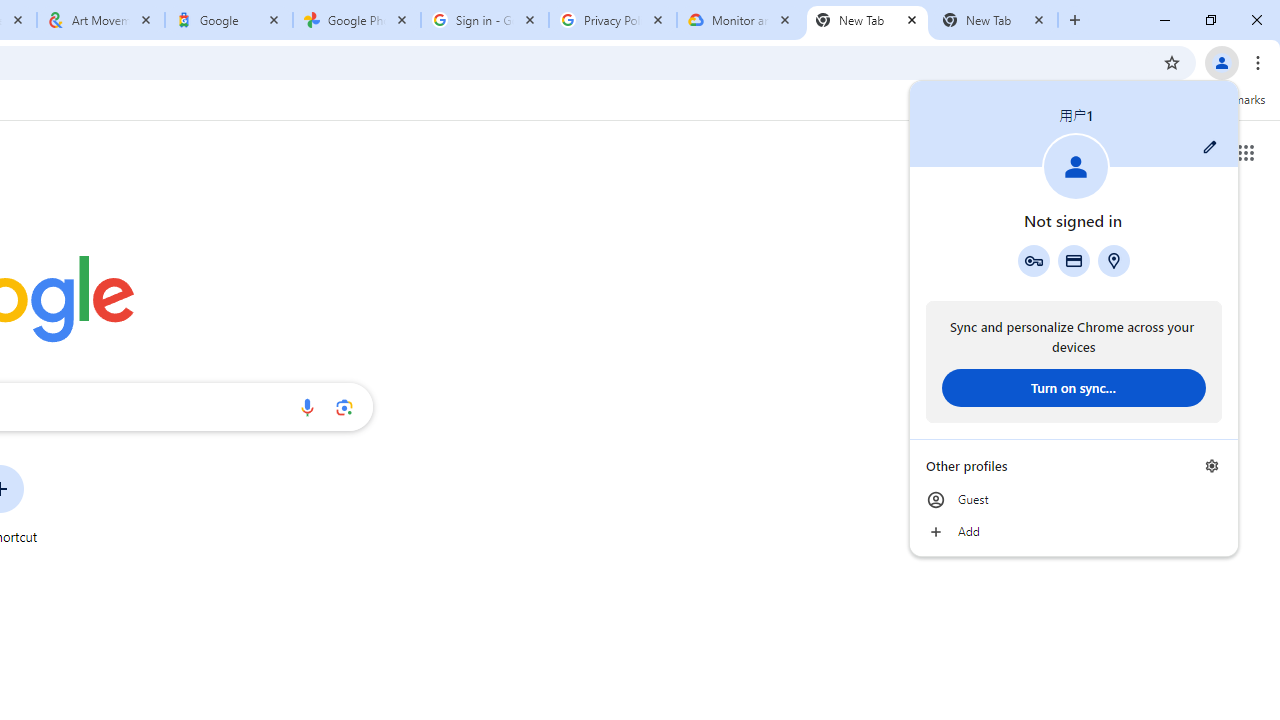 Image resolution: width=1280 pixels, height=720 pixels. What do you see at coordinates (1073, 260) in the screenshot?
I see `'Payment methods'` at bounding box center [1073, 260].